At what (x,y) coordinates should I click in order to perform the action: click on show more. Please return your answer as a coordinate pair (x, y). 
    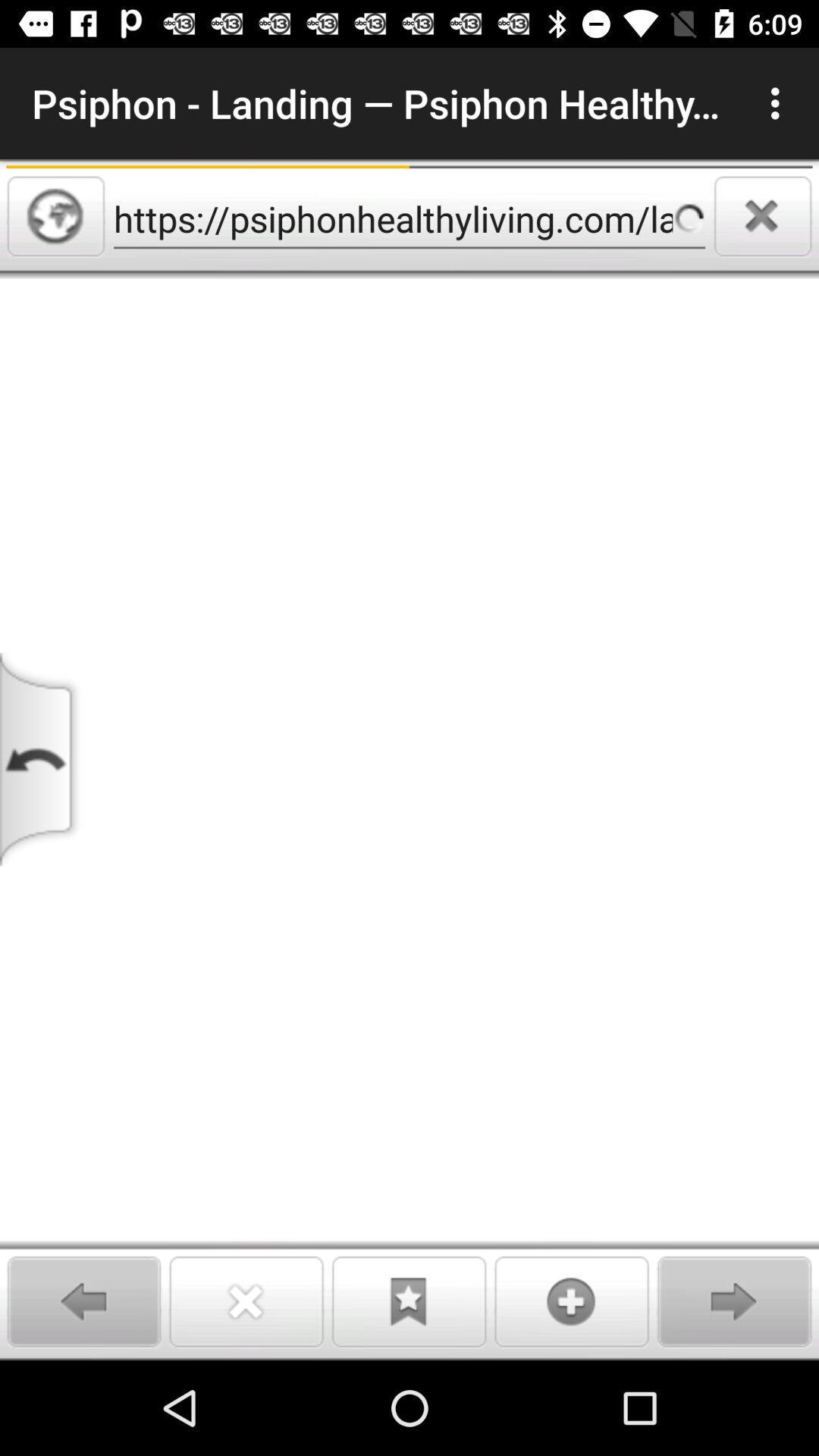
    Looking at the image, I should click on (572, 1301).